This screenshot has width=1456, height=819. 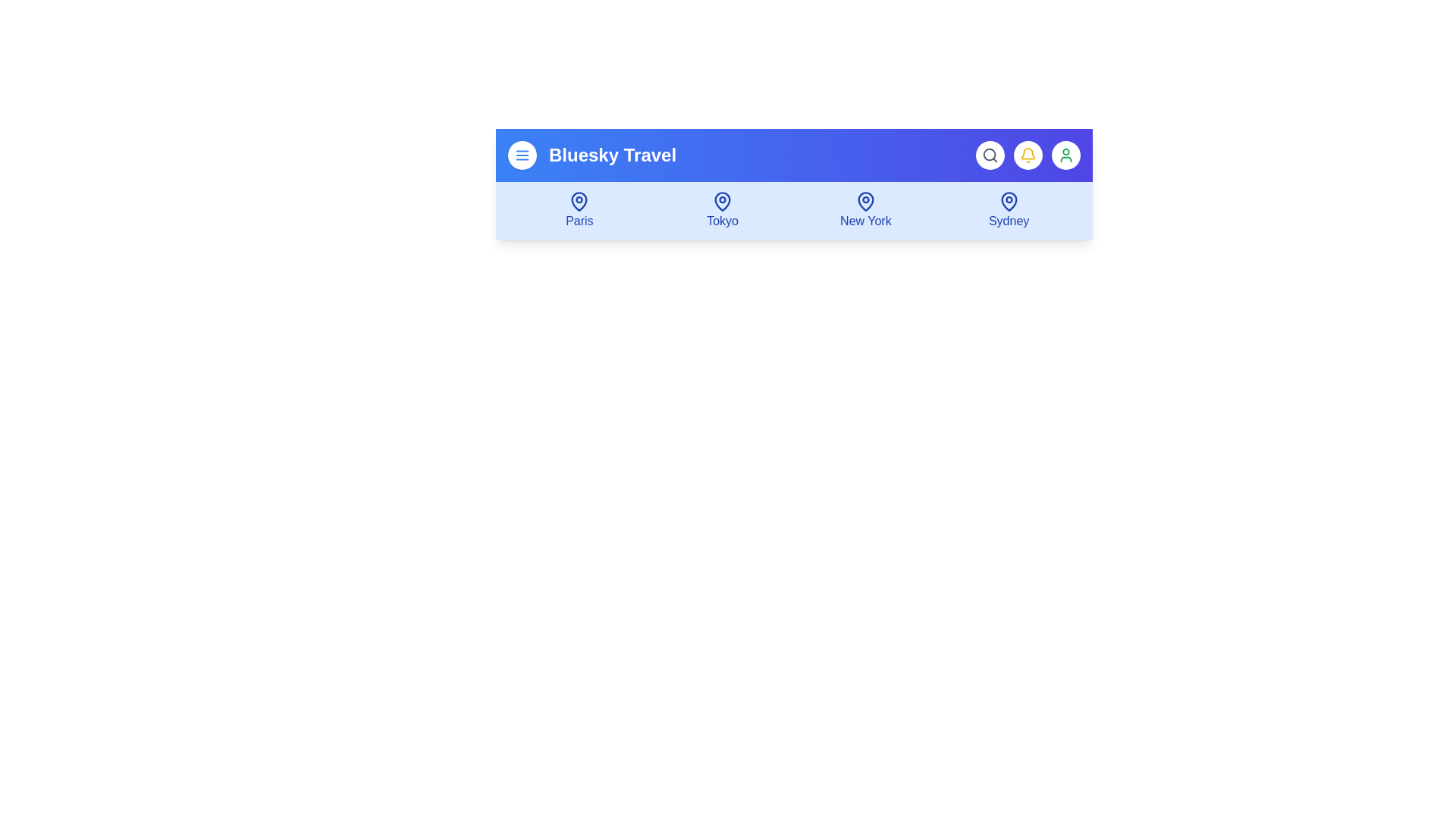 I want to click on the destination icon for Tokyo, so click(x=722, y=210).